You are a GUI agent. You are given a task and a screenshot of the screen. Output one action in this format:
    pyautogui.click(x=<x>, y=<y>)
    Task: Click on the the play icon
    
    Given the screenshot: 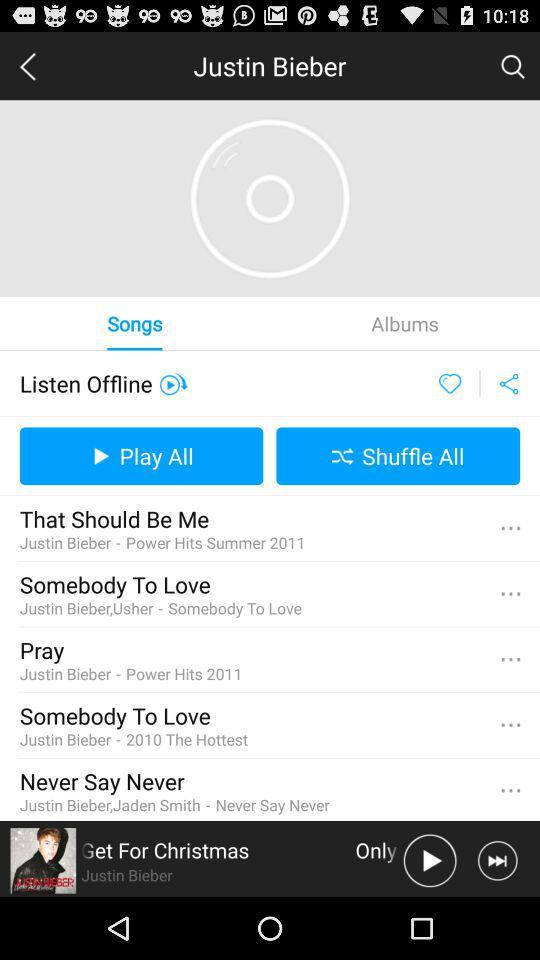 What is the action you would take?
    pyautogui.click(x=429, y=921)
    